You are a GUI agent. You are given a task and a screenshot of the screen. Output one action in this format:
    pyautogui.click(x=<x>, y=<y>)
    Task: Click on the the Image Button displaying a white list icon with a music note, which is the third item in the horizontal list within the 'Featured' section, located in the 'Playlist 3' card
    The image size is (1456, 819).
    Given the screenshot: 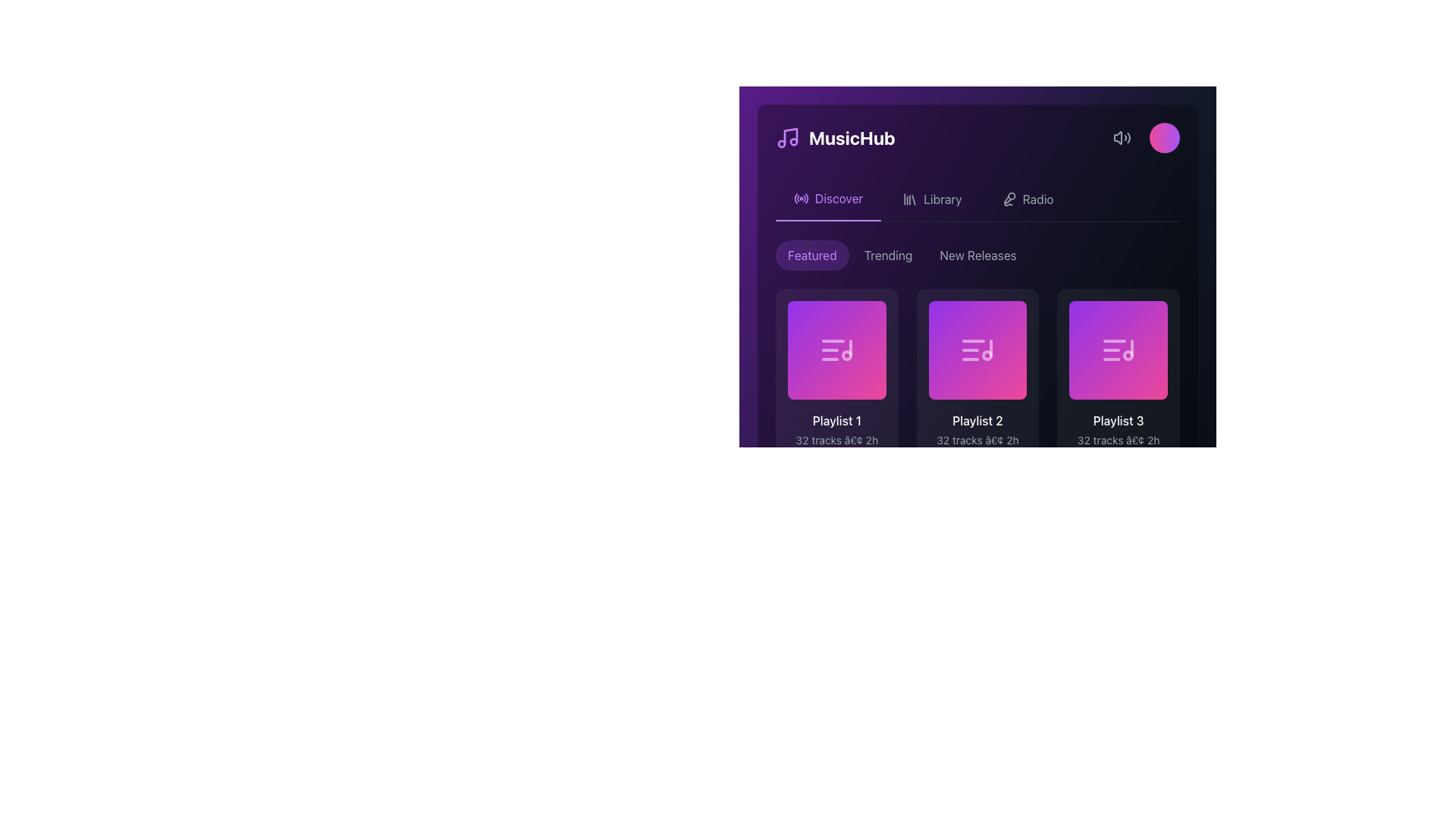 What is the action you would take?
    pyautogui.click(x=1119, y=350)
    